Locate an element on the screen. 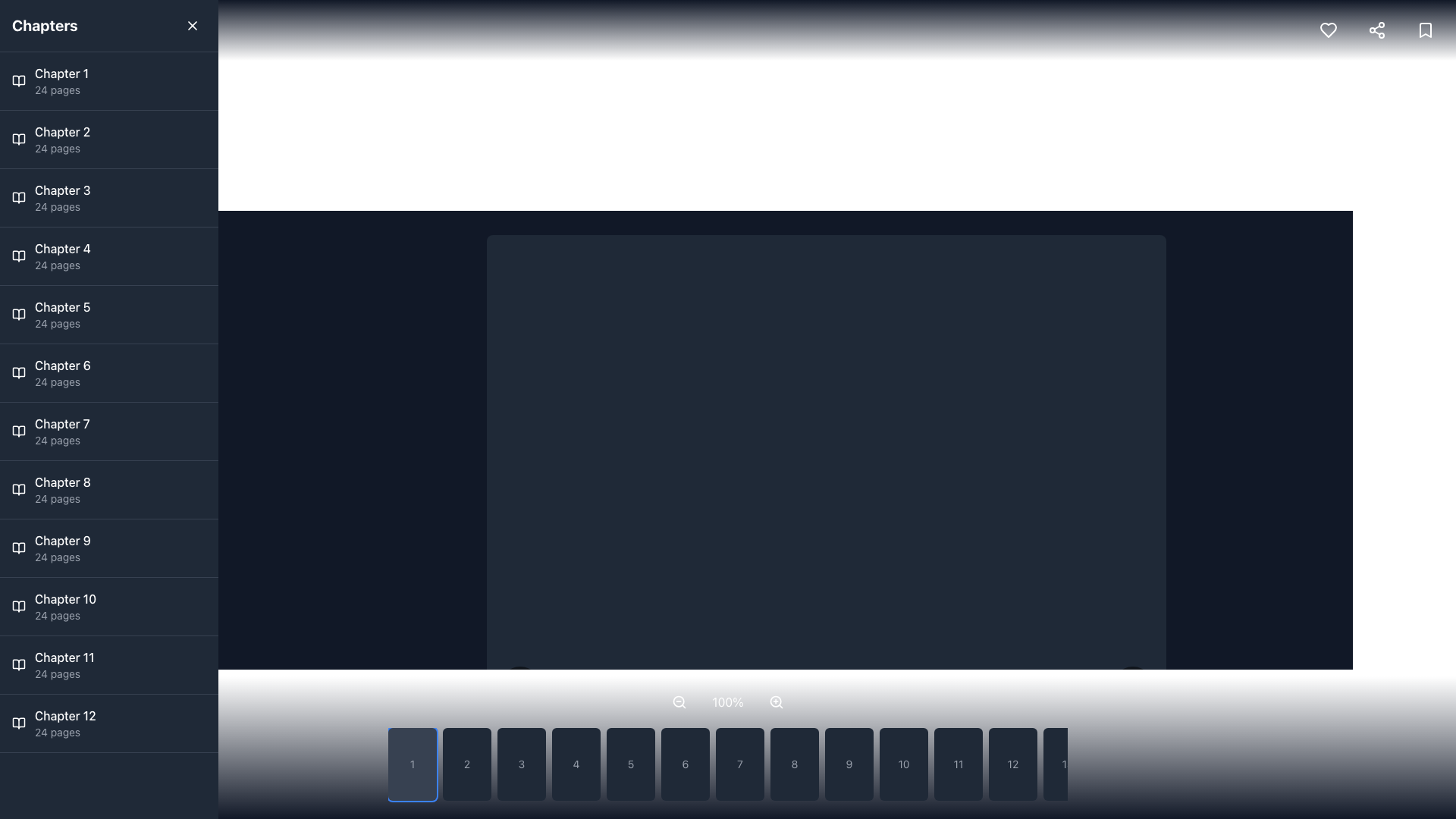 The image size is (1456, 819). the zoom-in button located on the bottom bar is located at coordinates (776, 701).